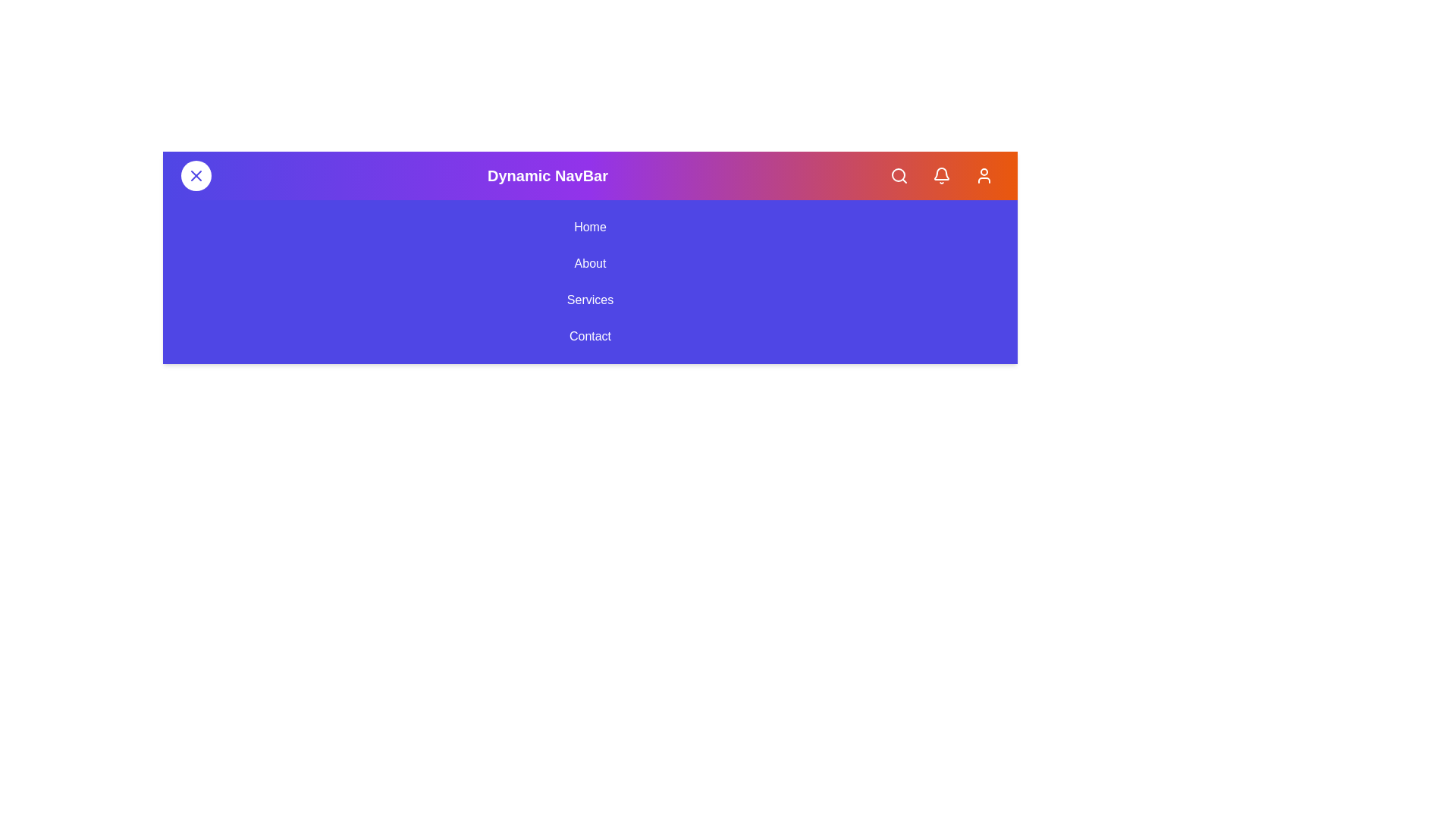 This screenshot has height=819, width=1456. What do you see at coordinates (589, 262) in the screenshot?
I see `the navigation menu link labeled About` at bounding box center [589, 262].